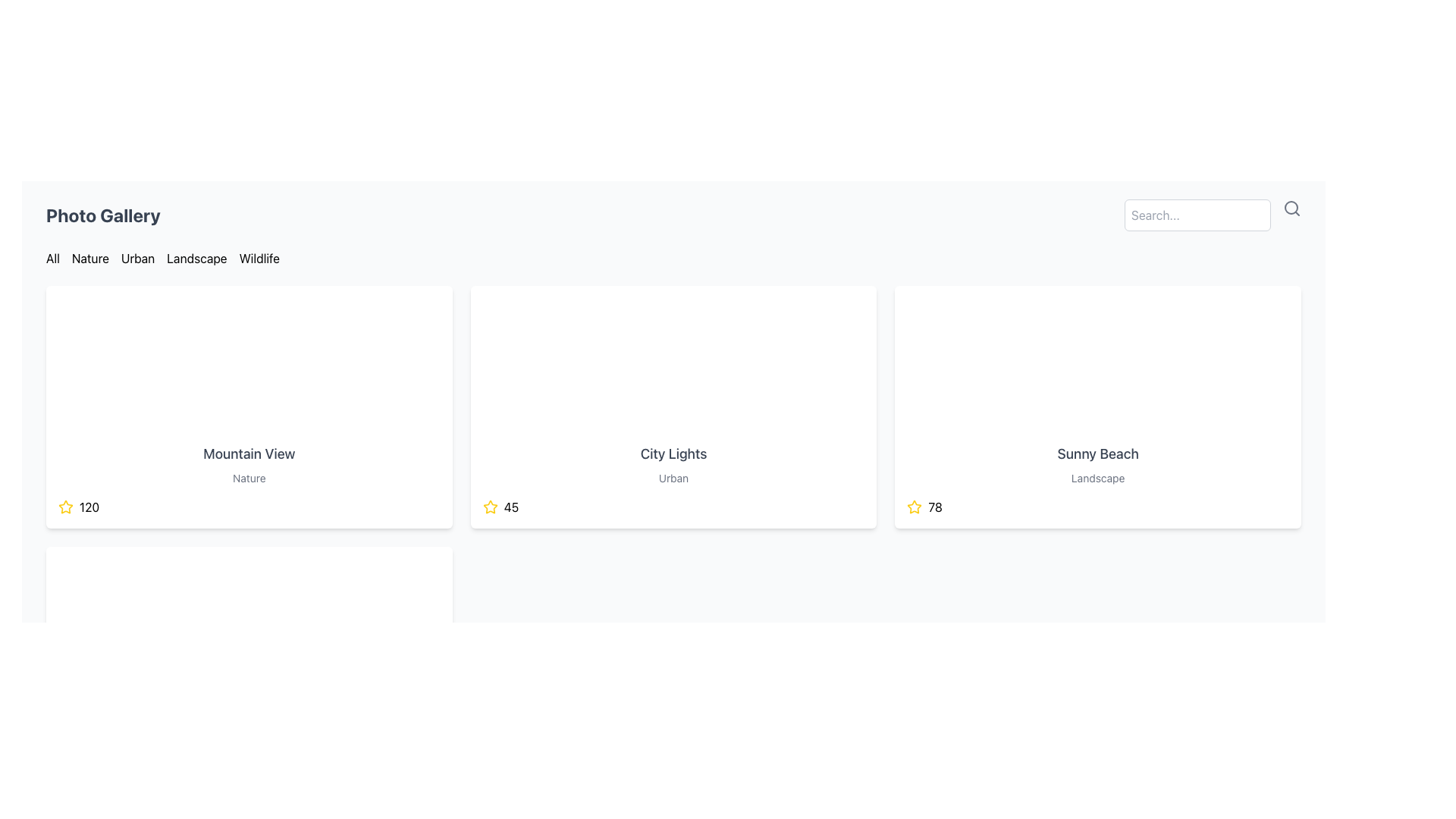  Describe the element at coordinates (1291, 208) in the screenshot. I see `the search button located at the rightmost side of the search input field` at that location.